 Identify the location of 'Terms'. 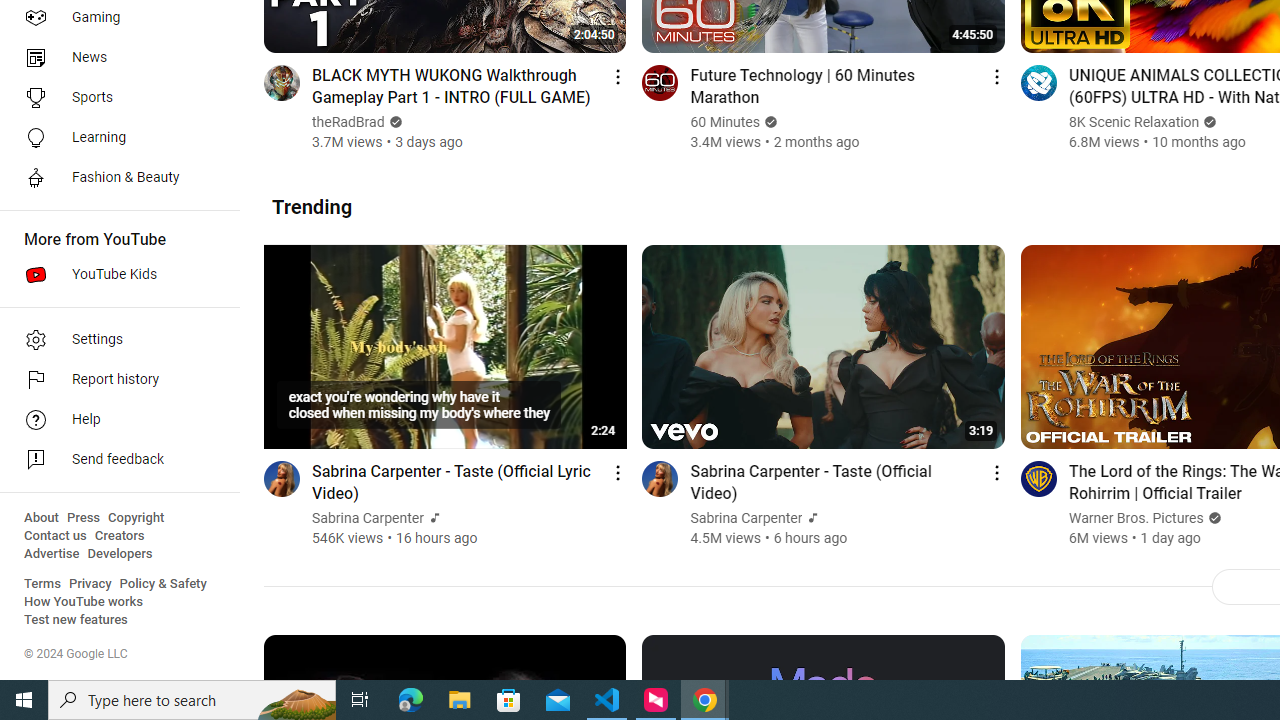
(42, 584).